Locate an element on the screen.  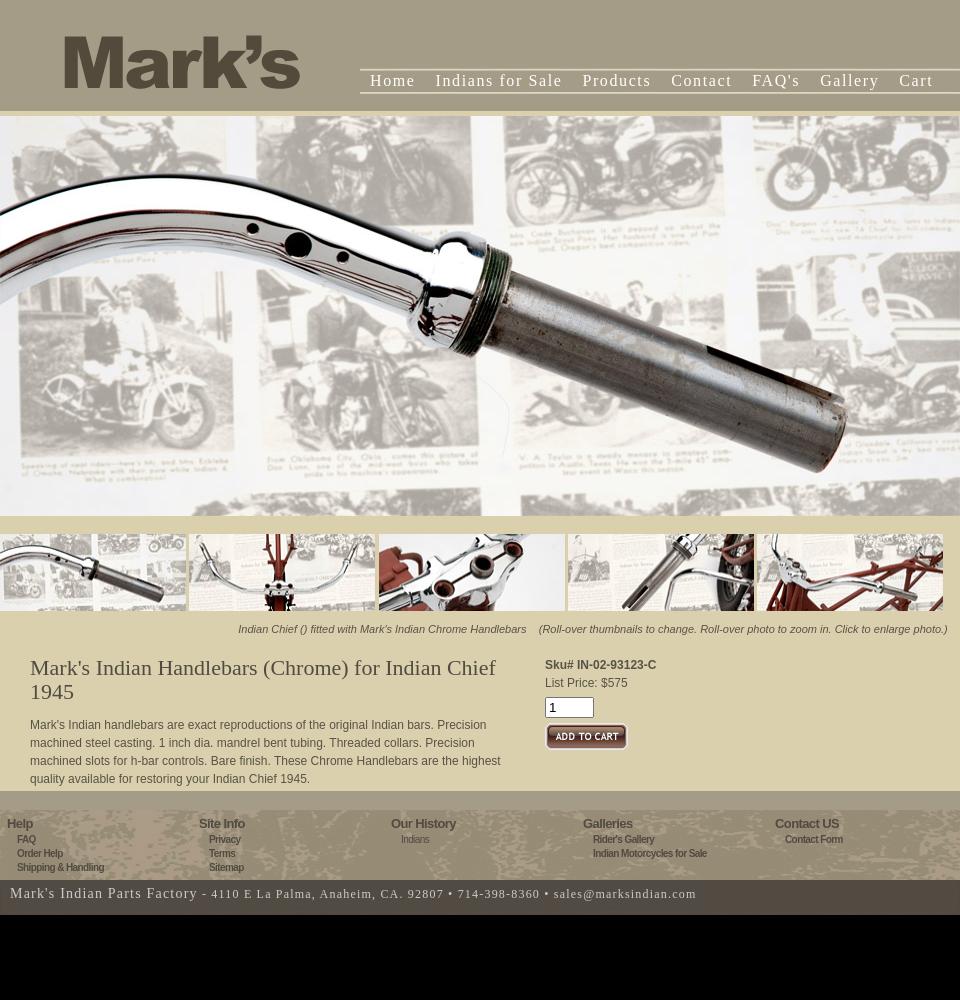
'- 4110 E La Palma, Anaheim, CA. 92807 • 714-398-8360 • sales@marksindian.com' is located at coordinates (446, 894).